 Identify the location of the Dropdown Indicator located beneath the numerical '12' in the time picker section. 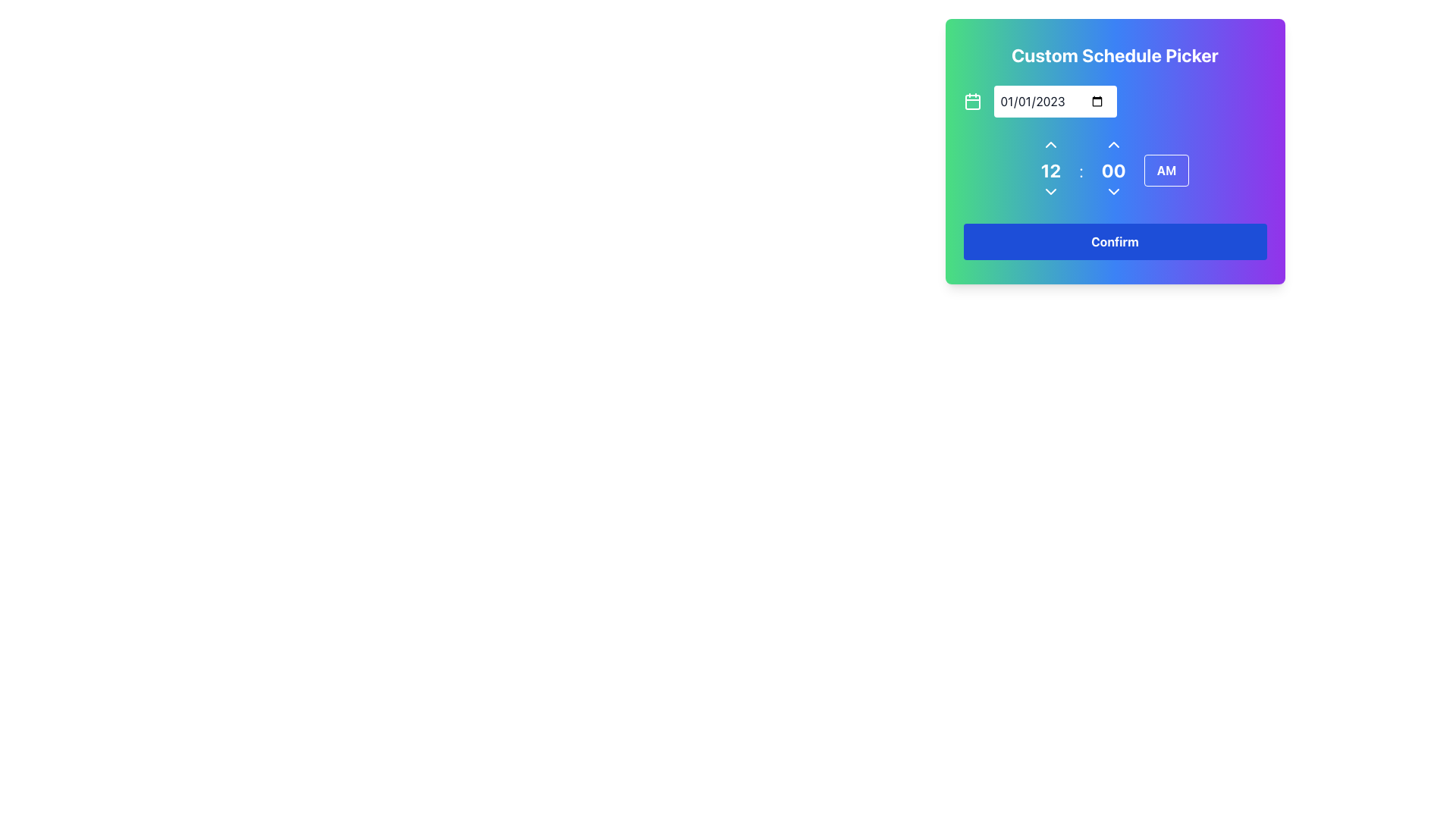
(1050, 191).